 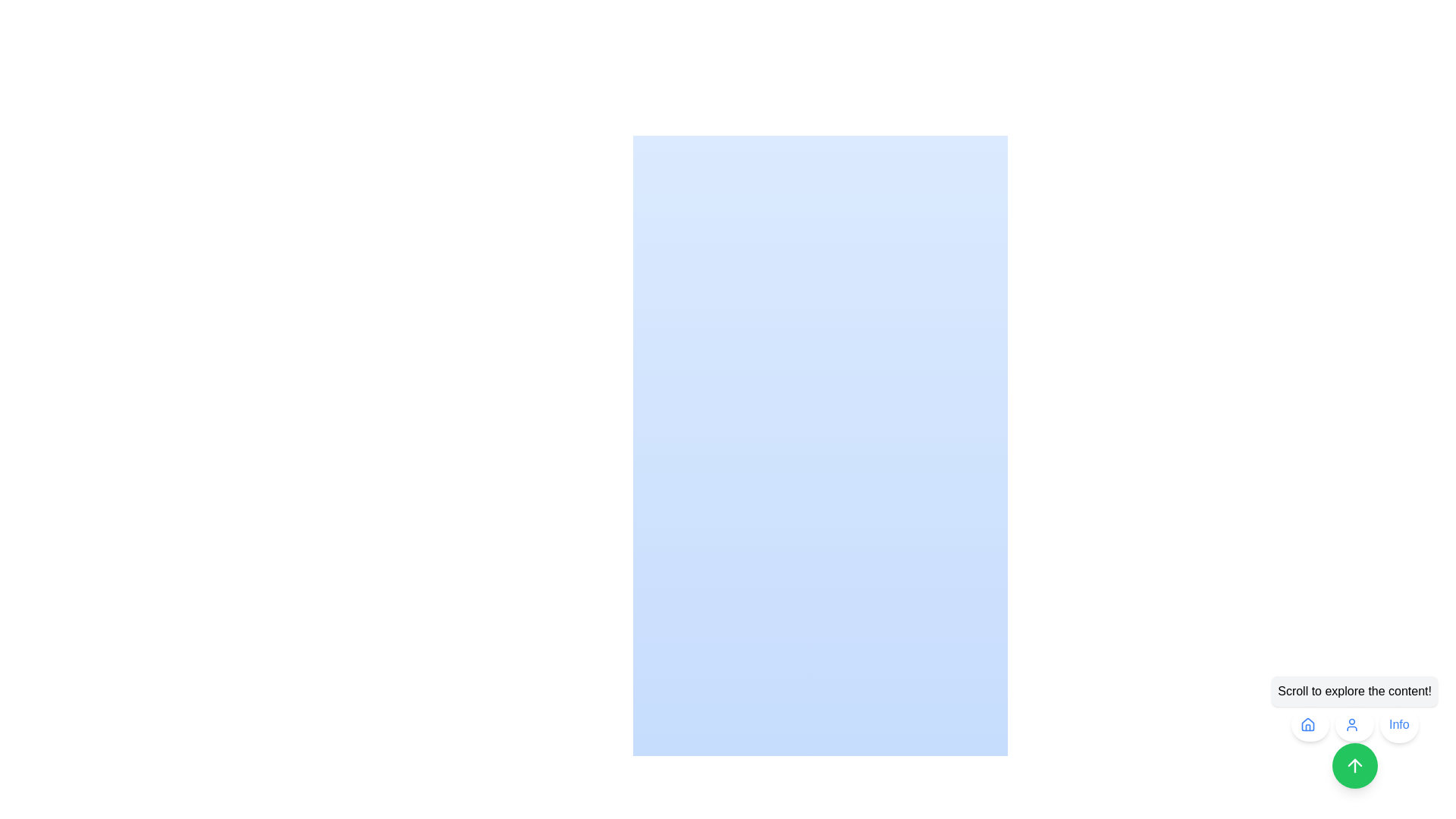 What do you see at coordinates (1307, 724) in the screenshot?
I see `the house-shaped icon button, styled in blue within a circular white button, located at the bottom-right corner of the interface` at bounding box center [1307, 724].